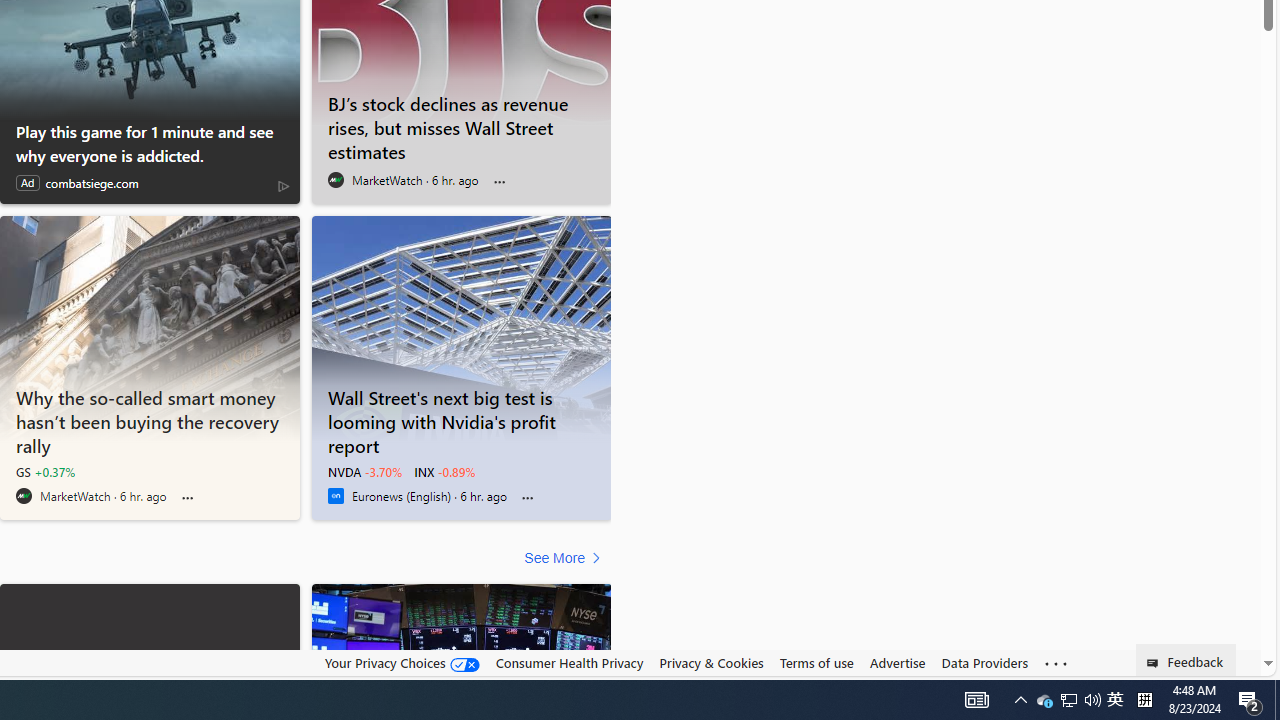 The height and width of the screenshot is (720, 1280). Describe the element at coordinates (282, 185) in the screenshot. I see `'AdChoices'` at that location.